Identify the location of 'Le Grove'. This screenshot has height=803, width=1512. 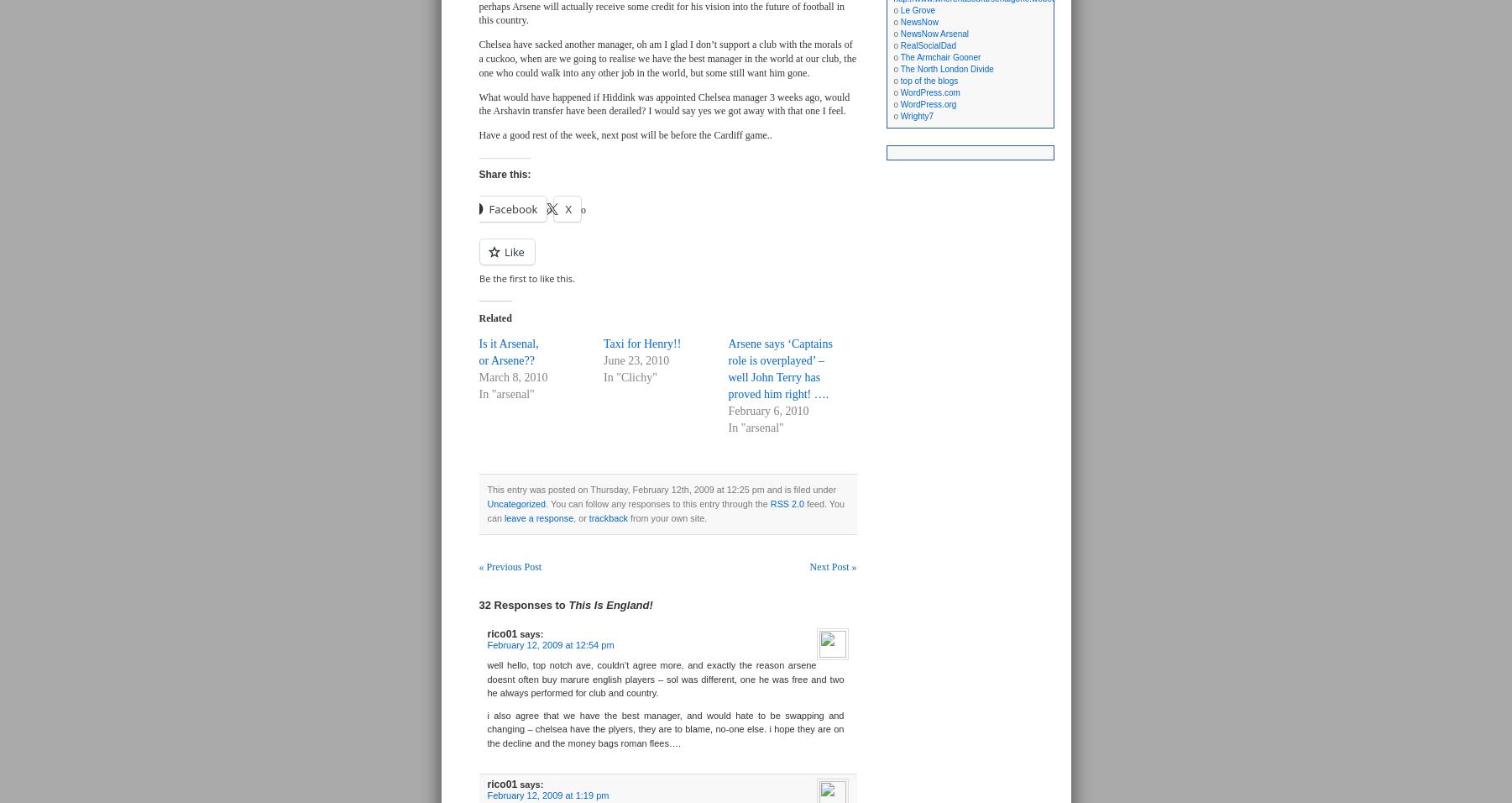
(916, 9).